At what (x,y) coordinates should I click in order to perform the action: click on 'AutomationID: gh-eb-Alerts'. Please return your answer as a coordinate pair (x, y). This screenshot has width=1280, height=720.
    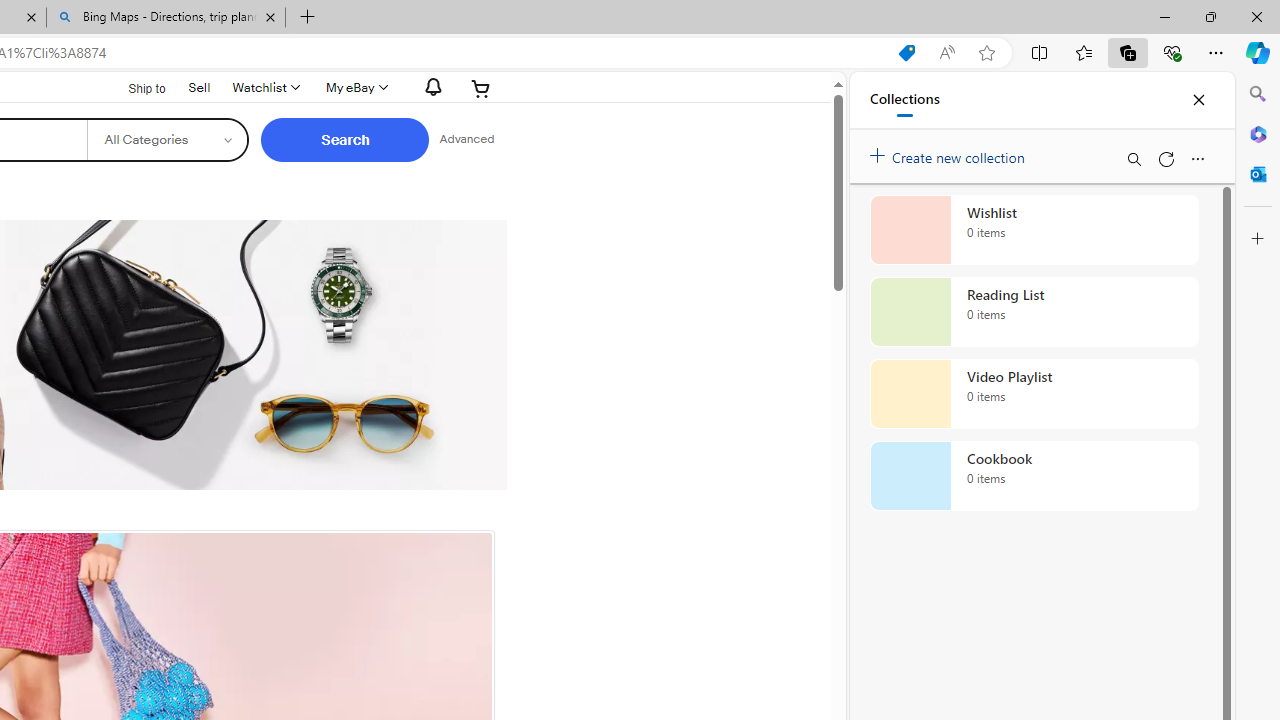
    Looking at the image, I should click on (429, 86).